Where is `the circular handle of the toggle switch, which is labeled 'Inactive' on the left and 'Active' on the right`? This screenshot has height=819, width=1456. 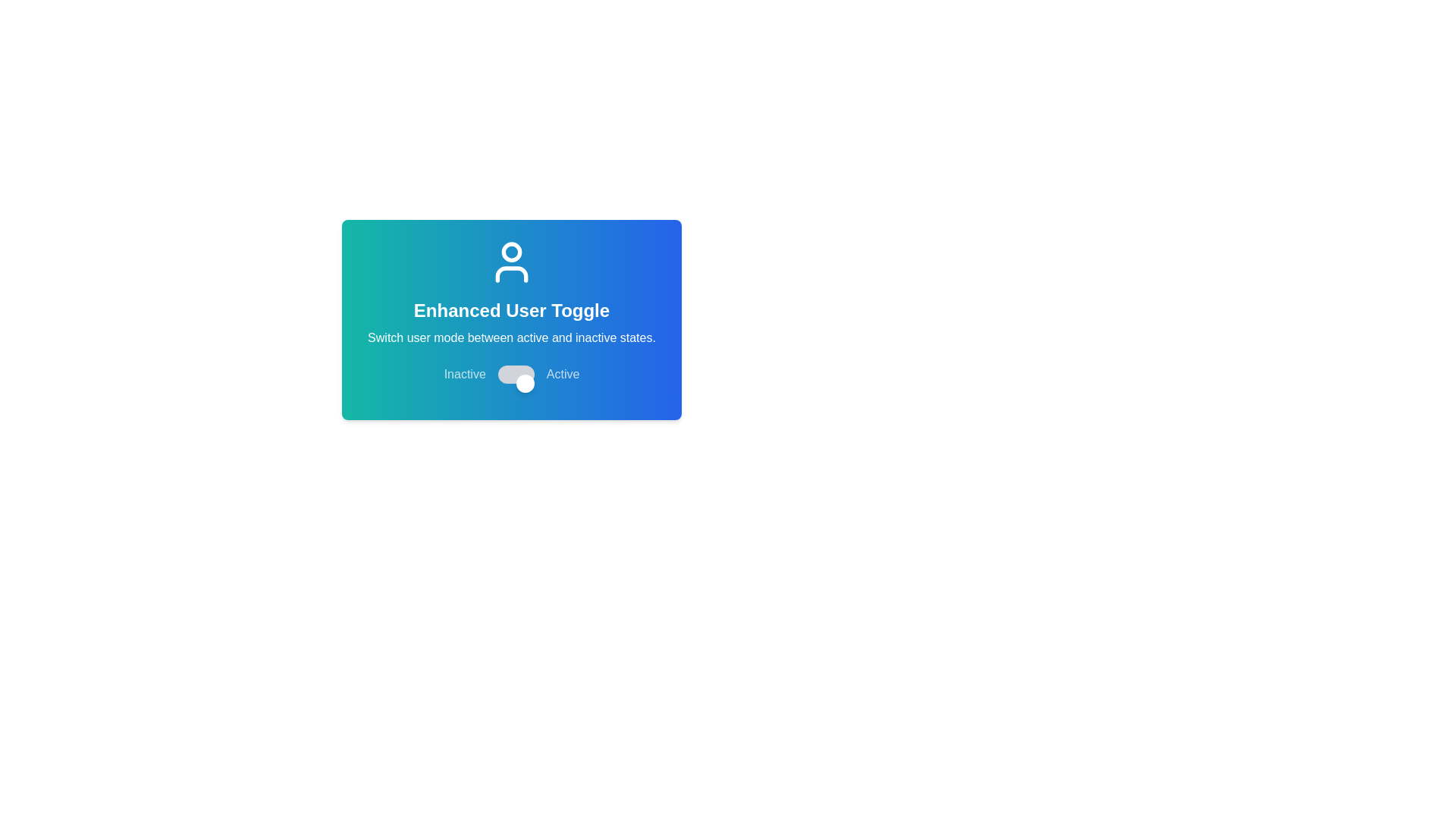
the circular handle of the toggle switch, which is labeled 'Inactive' on the left and 'Active' on the right is located at coordinates (525, 382).